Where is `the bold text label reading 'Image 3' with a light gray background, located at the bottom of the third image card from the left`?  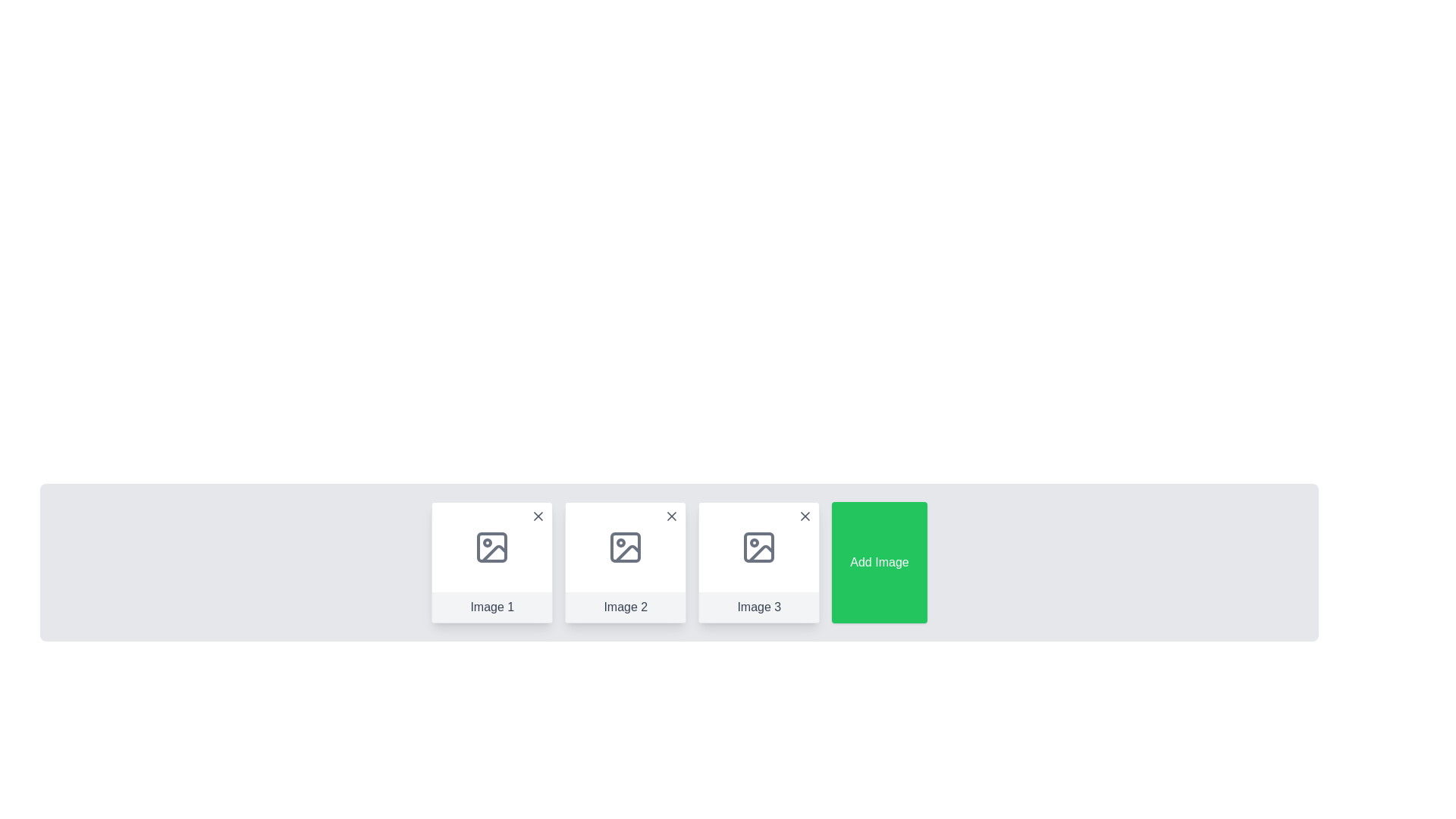
the bold text label reading 'Image 3' with a light gray background, located at the bottom of the third image card from the left is located at coordinates (759, 607).